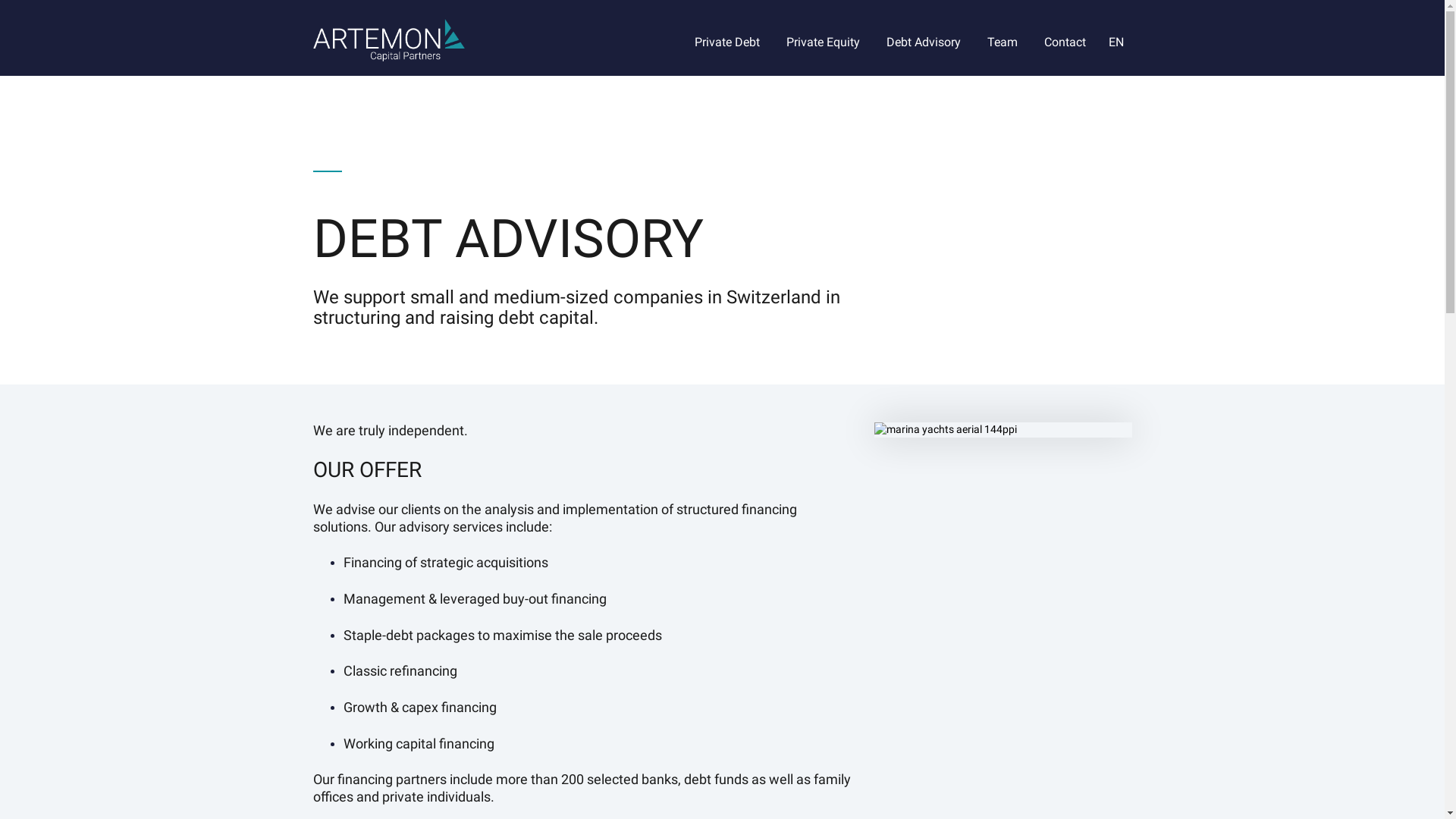 Image resolution: width=1456 pixels, height=819 pixels. I want to click on 'EN', so click(1116, 45).